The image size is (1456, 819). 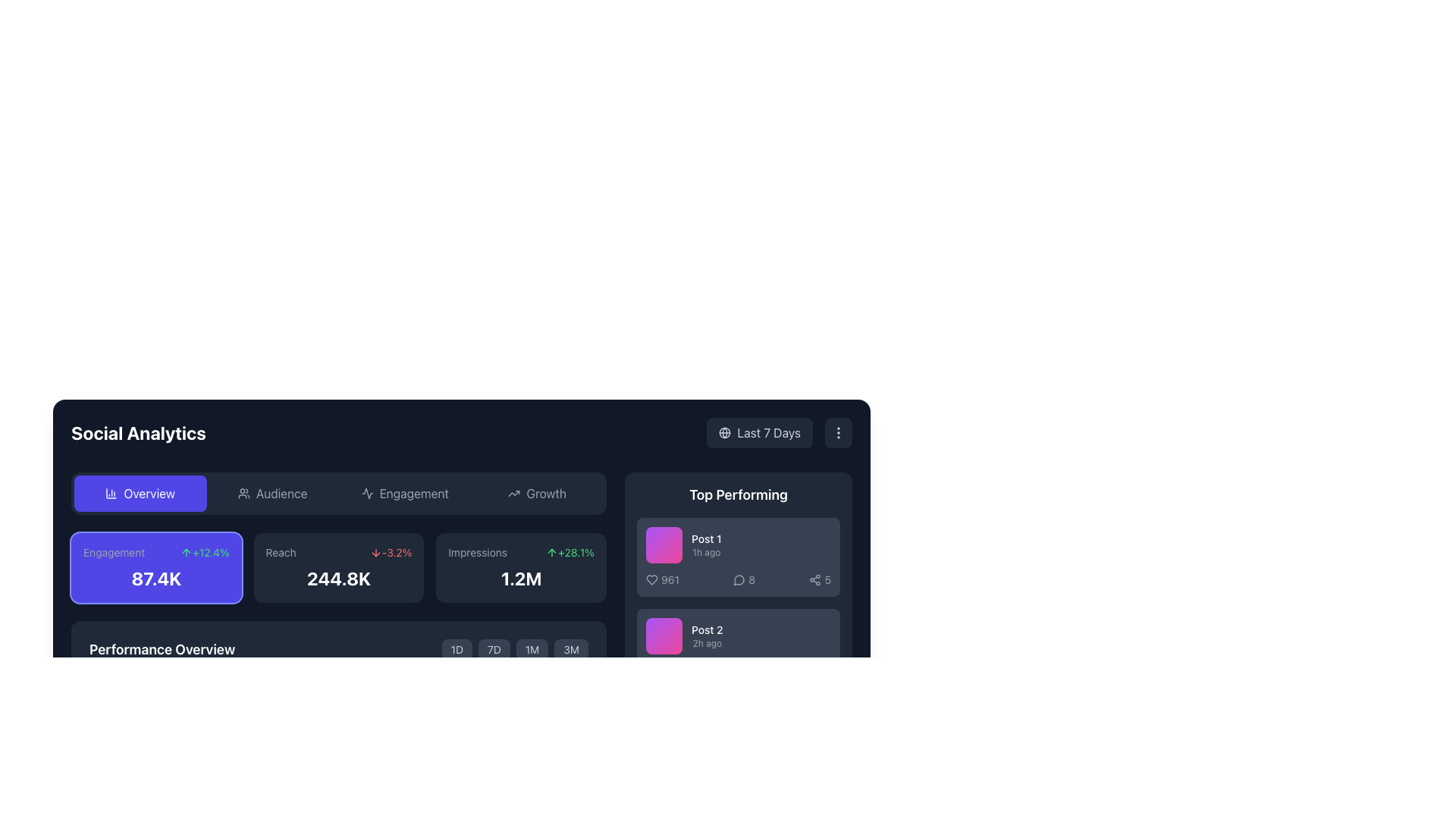 What do you see at coordinates (156, 579) in the screenshot?
I see `the text display element conveying engagement metrics, which is centrally located within a purple rectangular box labeled 'Engagement'` at bounding box center [156, 579].